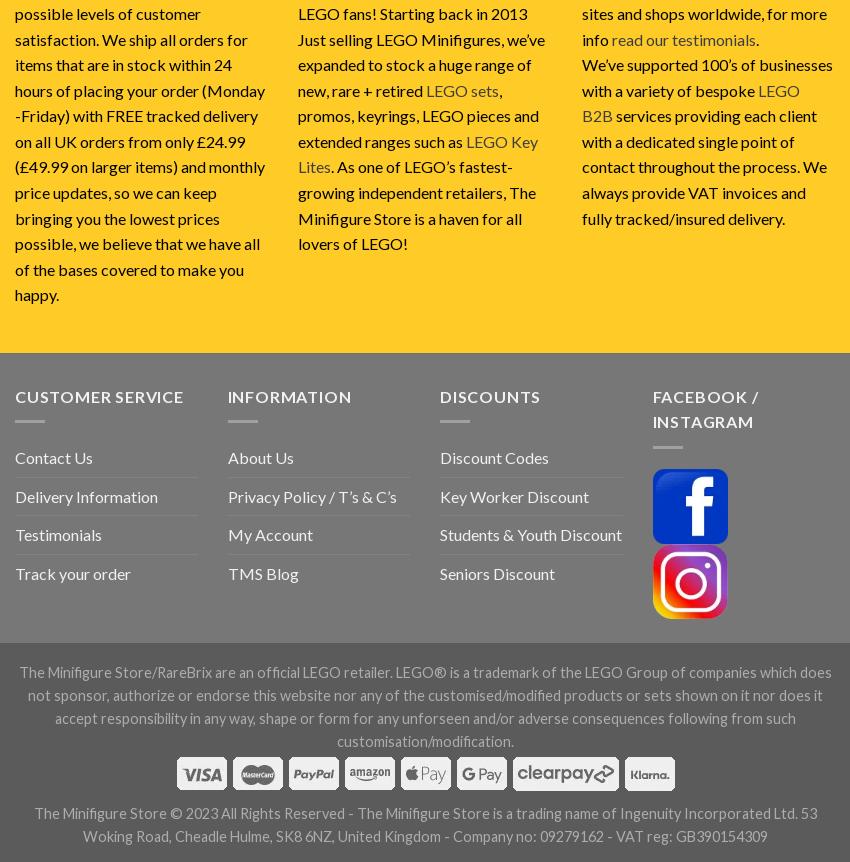 This screenshot has height=862, width=850. What do you see at coordinates (58, 533) in the screenshot?
I see `'Testimonials'` at bounding box center [58, 533].